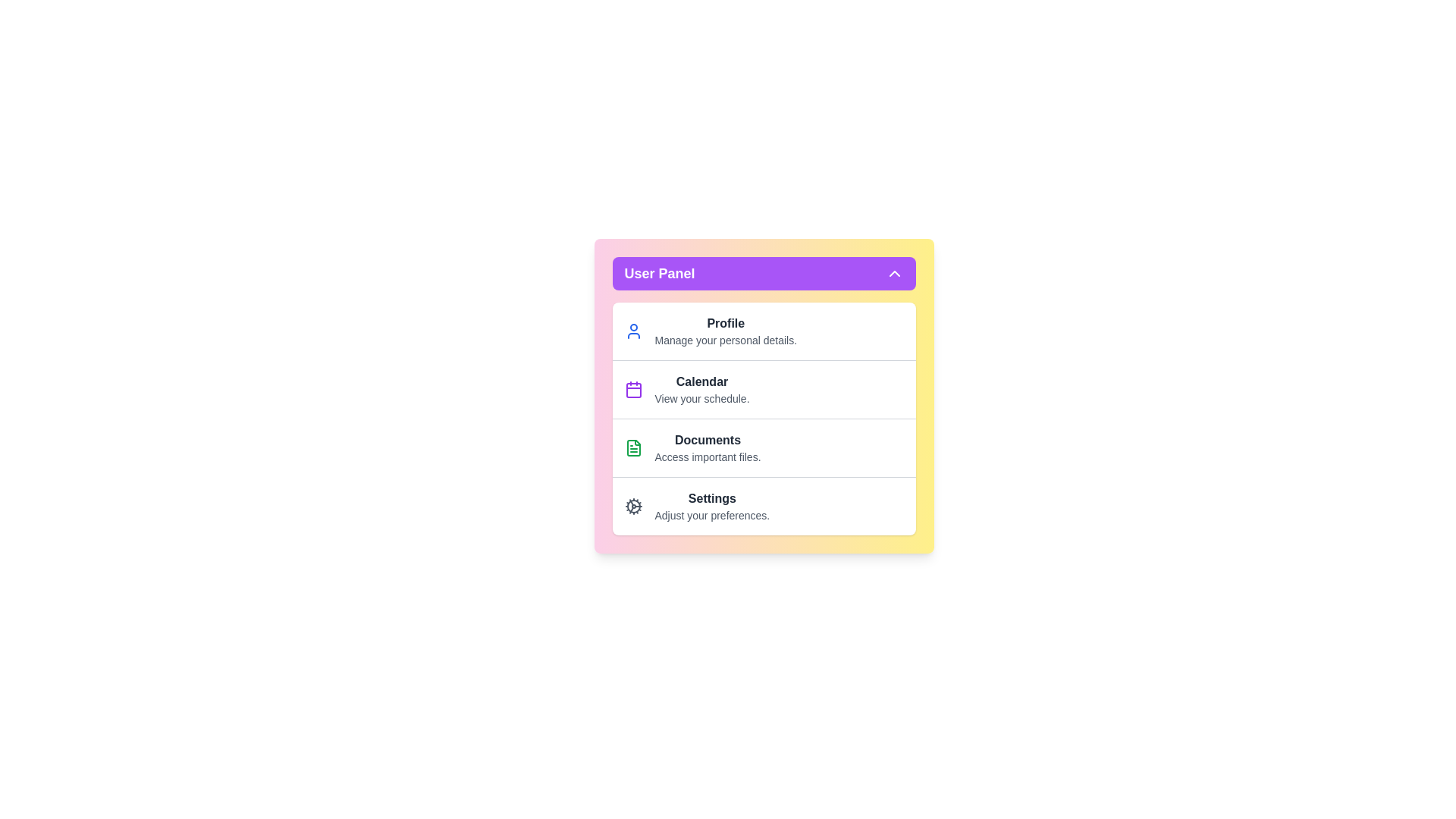  I want to click on the clickable list item labeled 'Documents' in the 'User Panel', so click(764, 447).